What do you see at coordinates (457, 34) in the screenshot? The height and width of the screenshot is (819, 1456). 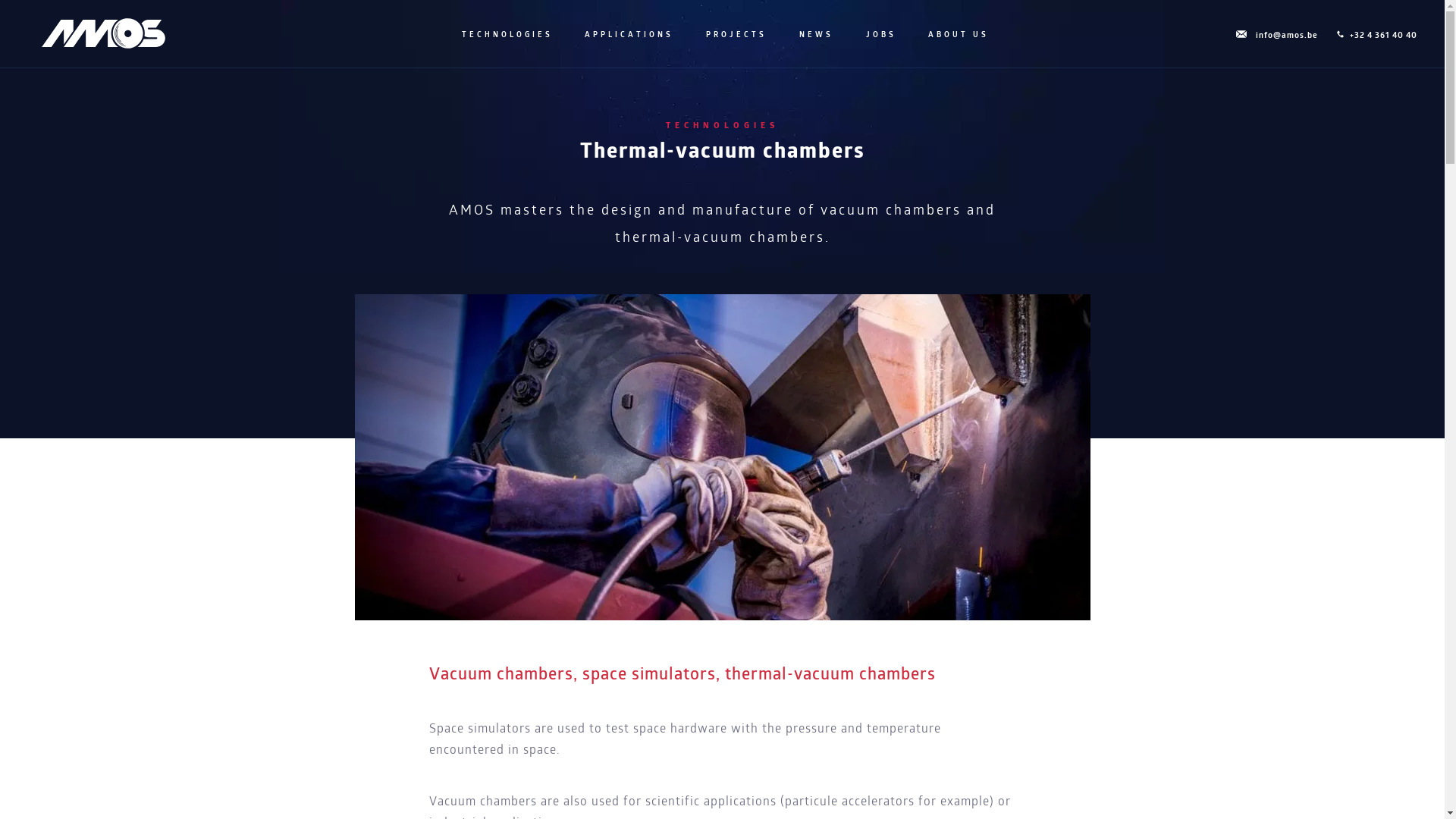 I see `'TECHNOLOGIES'` at bounding box center [457, 34].